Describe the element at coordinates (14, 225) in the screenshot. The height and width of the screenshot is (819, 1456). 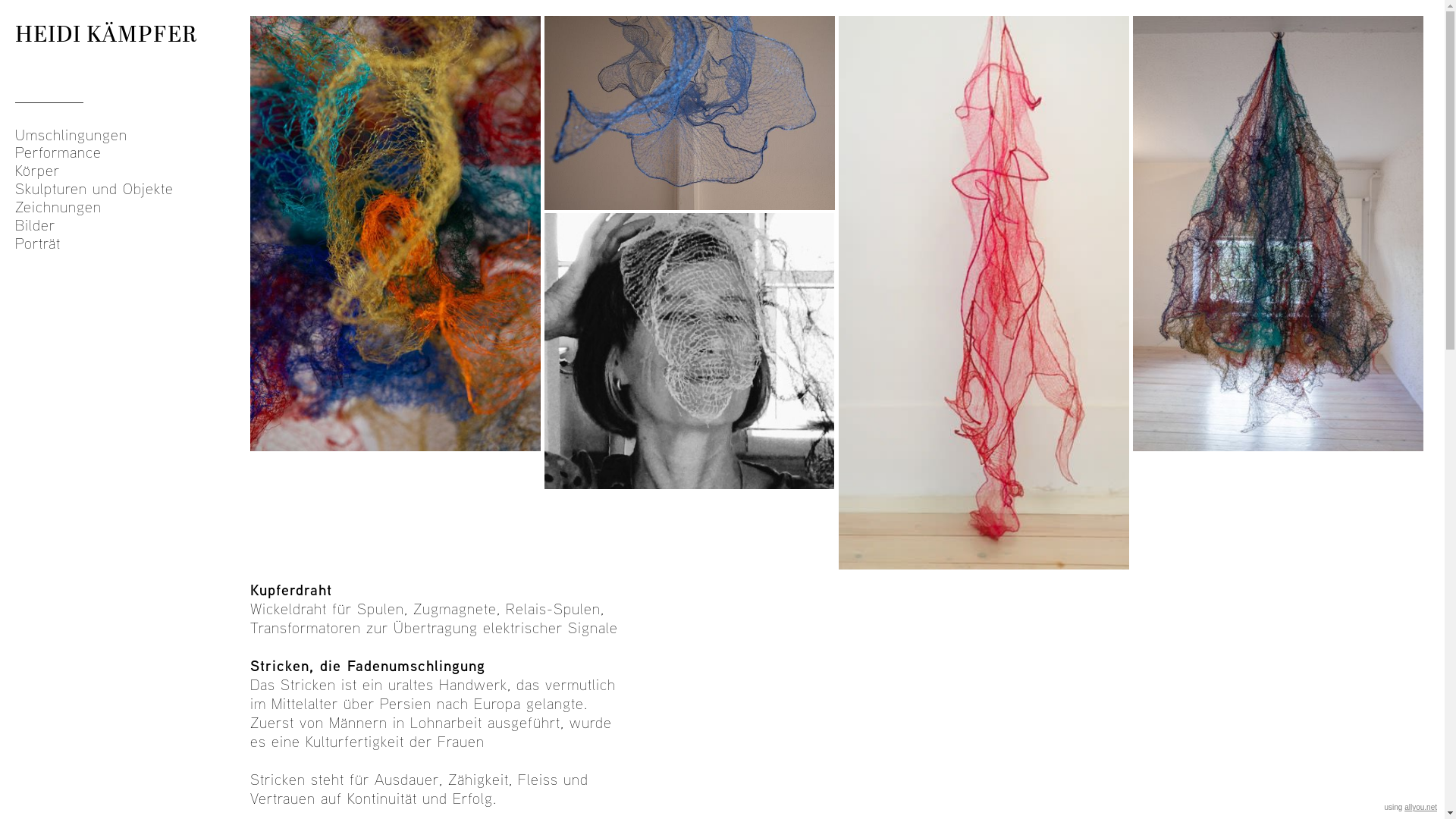
I see `'Bilder'` at that location.